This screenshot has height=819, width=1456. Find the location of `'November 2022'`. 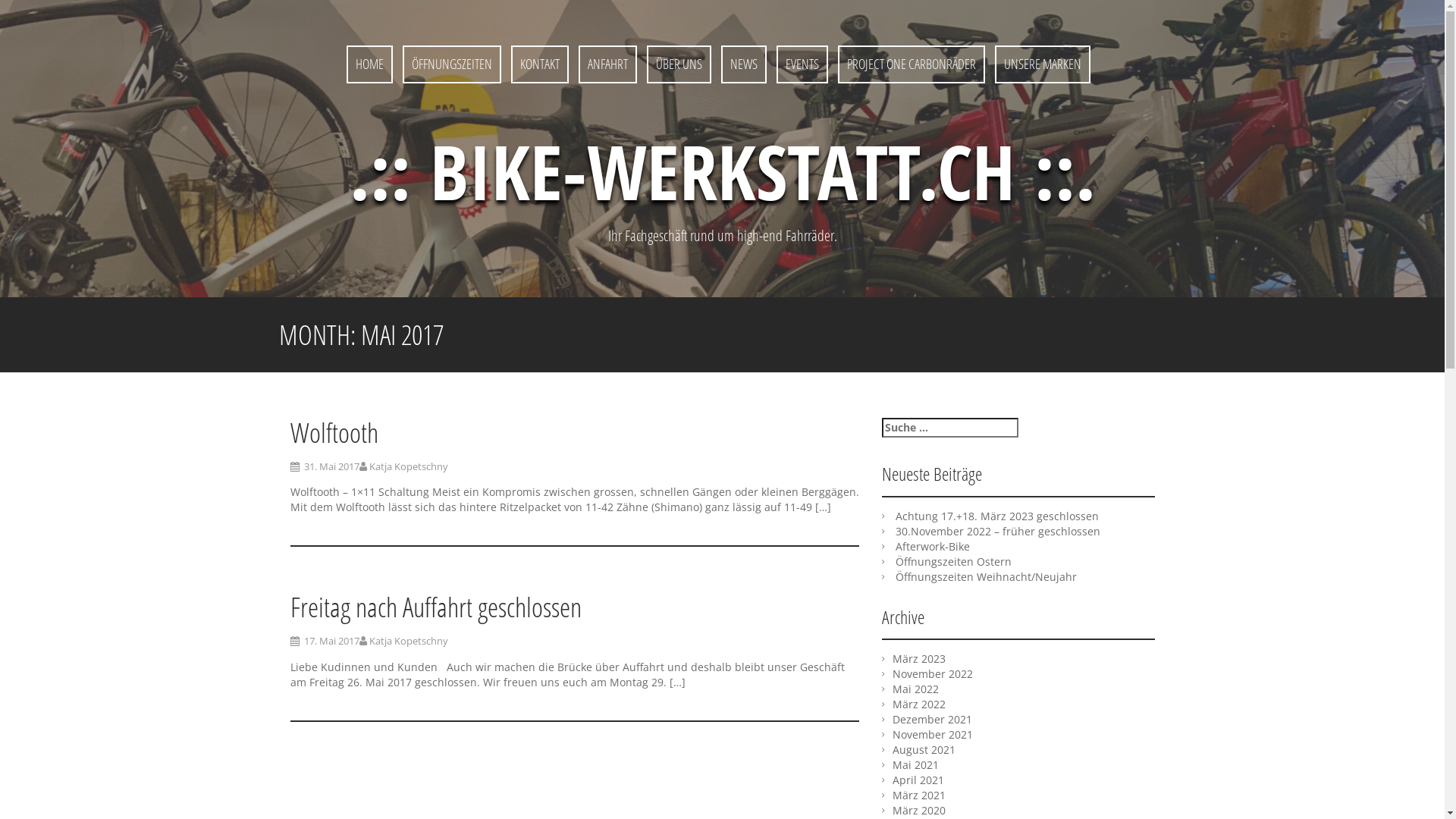

'November 2022' is located at coordinates (930, 673).